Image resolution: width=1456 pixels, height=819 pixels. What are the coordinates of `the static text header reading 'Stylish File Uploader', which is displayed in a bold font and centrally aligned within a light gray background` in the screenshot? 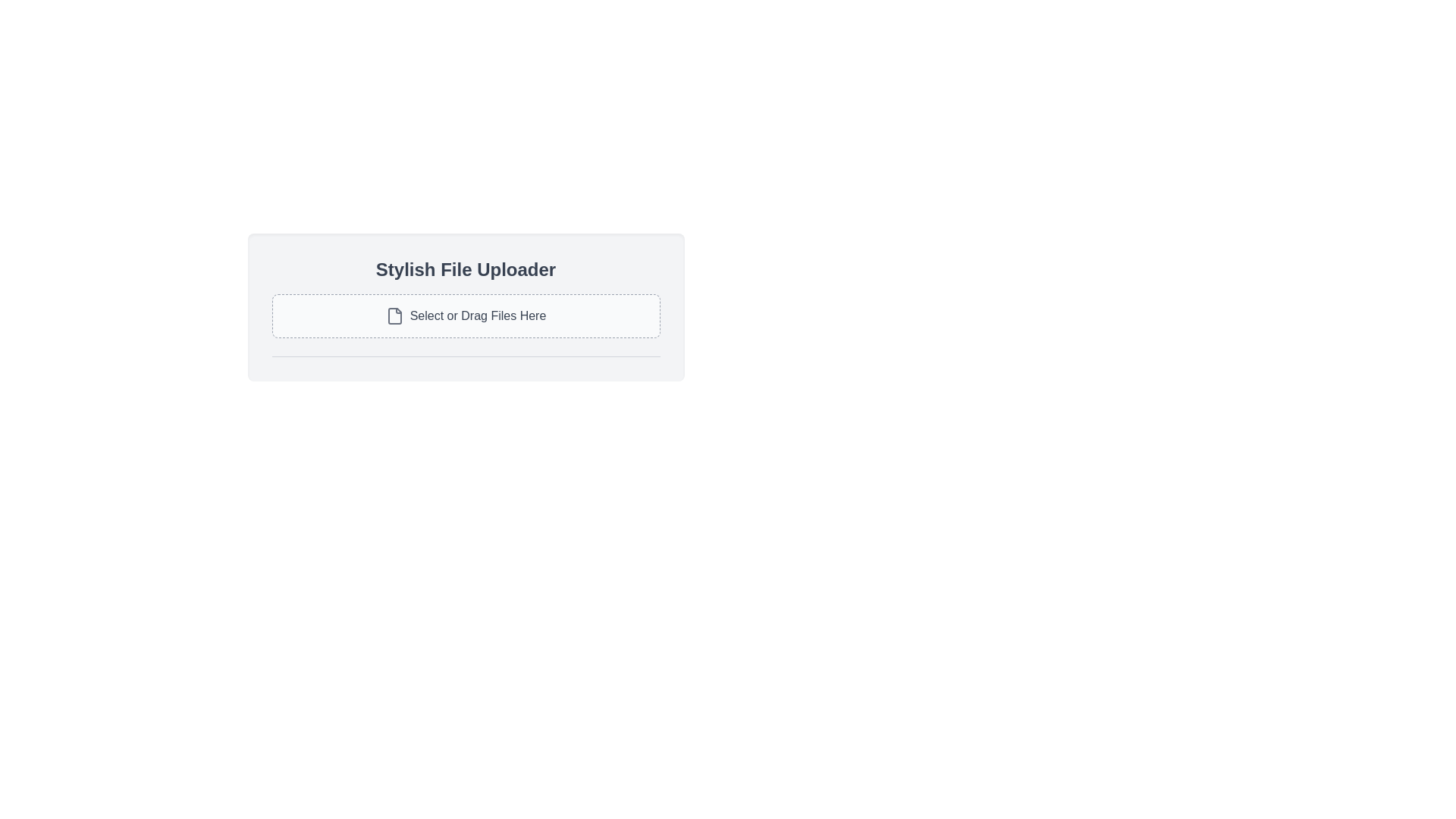 It's located at (465, 268).